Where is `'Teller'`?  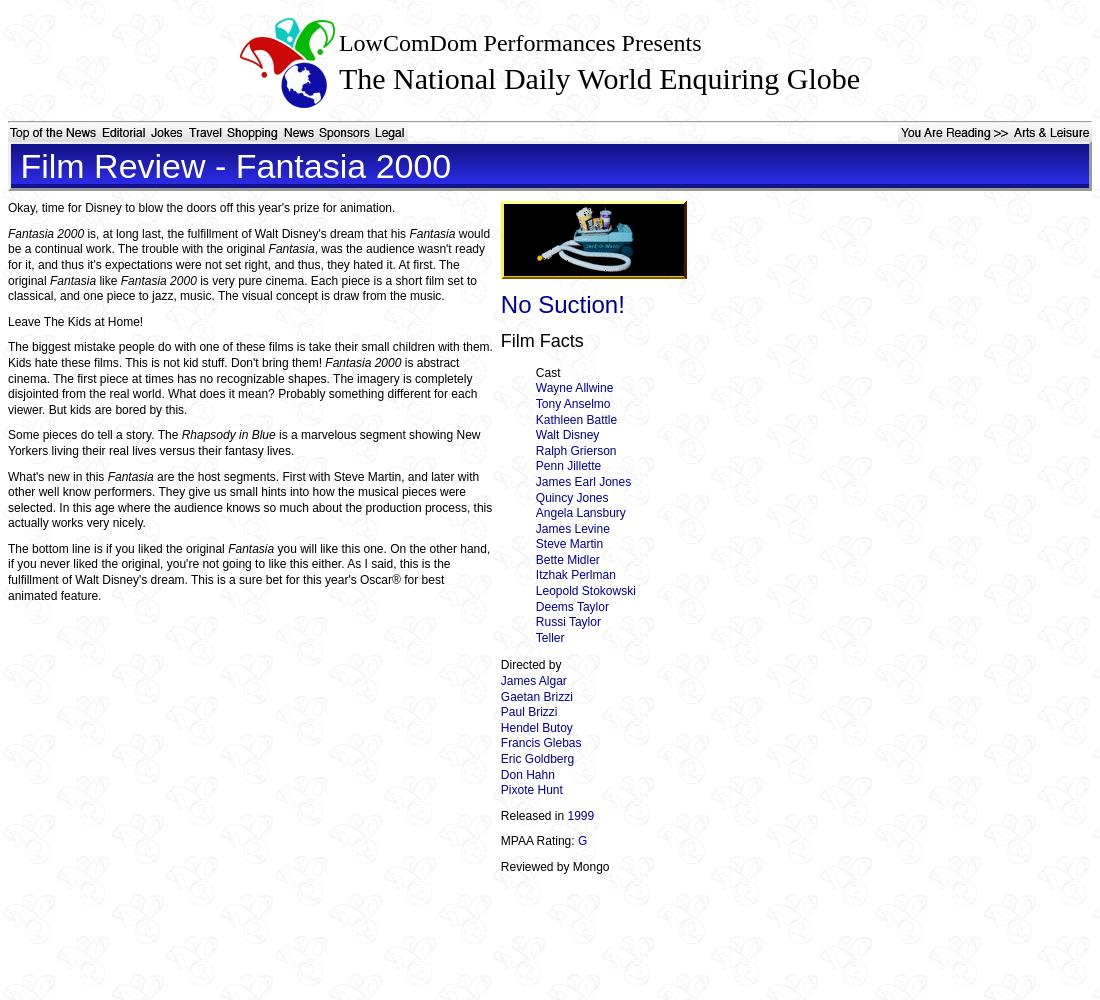
'Teller' is located at coordinates (549, 637).